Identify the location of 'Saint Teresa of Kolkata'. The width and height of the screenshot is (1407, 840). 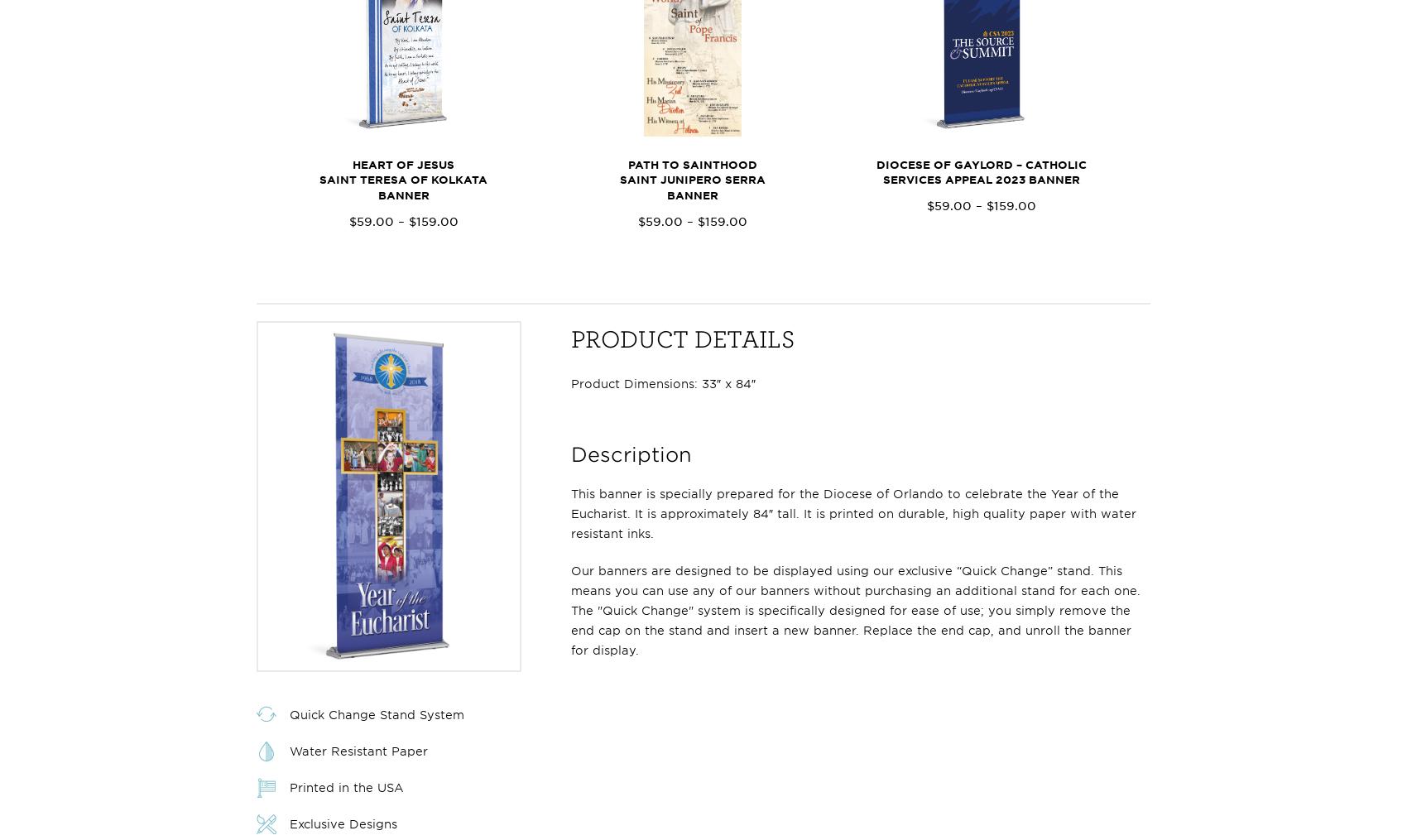
(403, 179).